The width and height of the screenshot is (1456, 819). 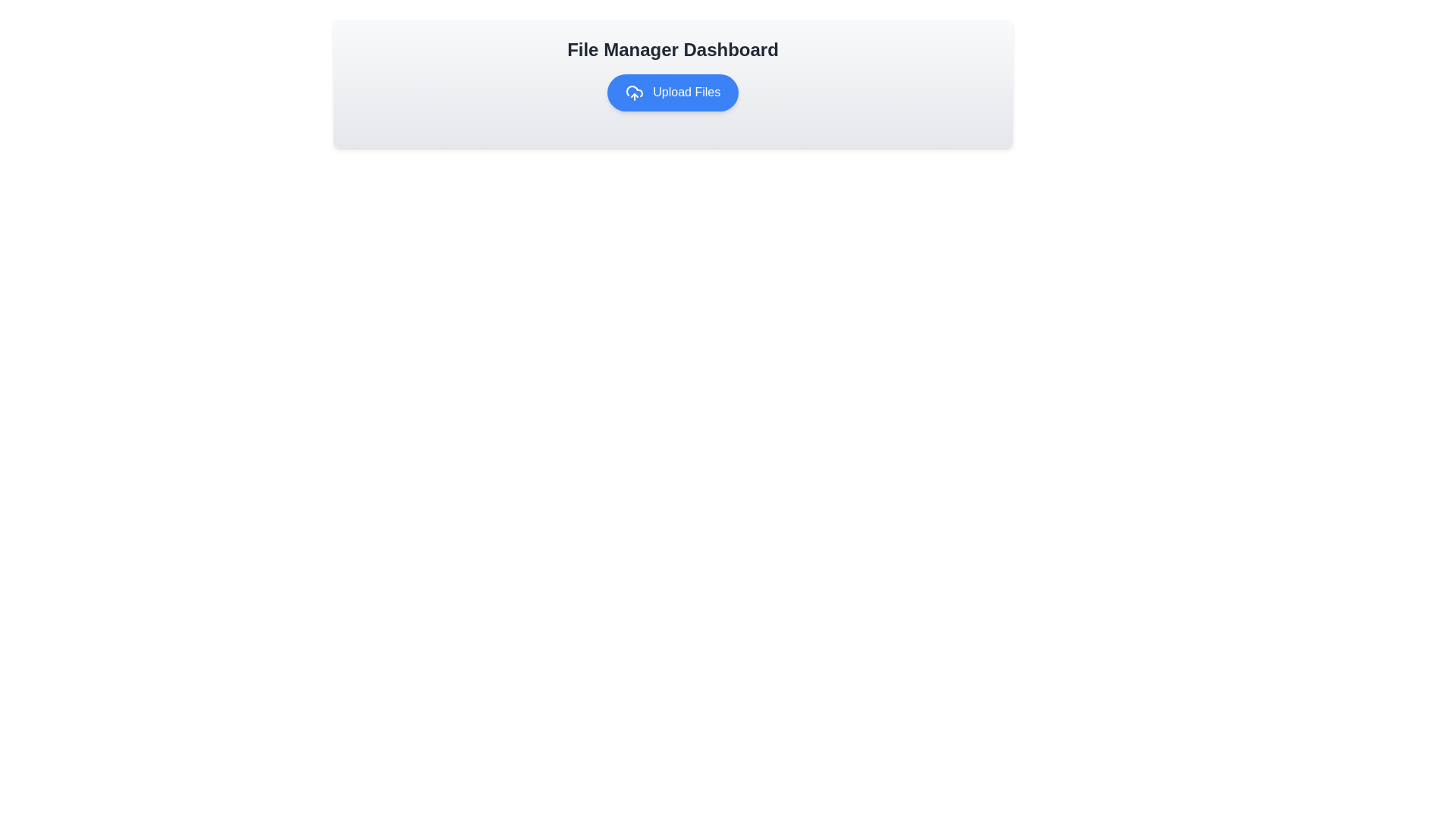 I want to click on the 'Upload Files' button located in the header section of the interface for file management, so click(x=672, y=83).